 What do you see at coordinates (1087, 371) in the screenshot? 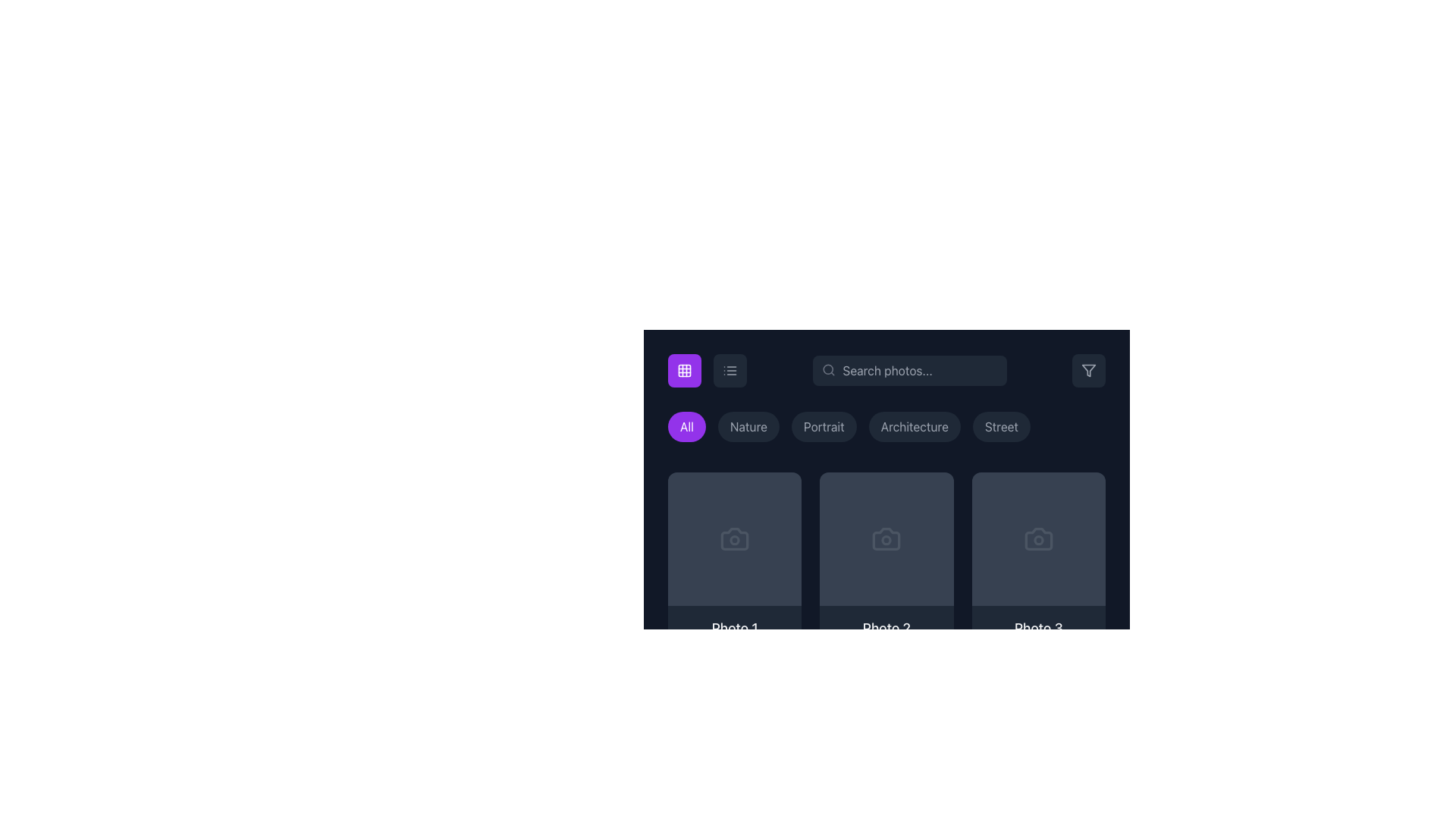
I see `the filter icon button located in the top-right corner of the interface` at bounding box center [1087, 371].